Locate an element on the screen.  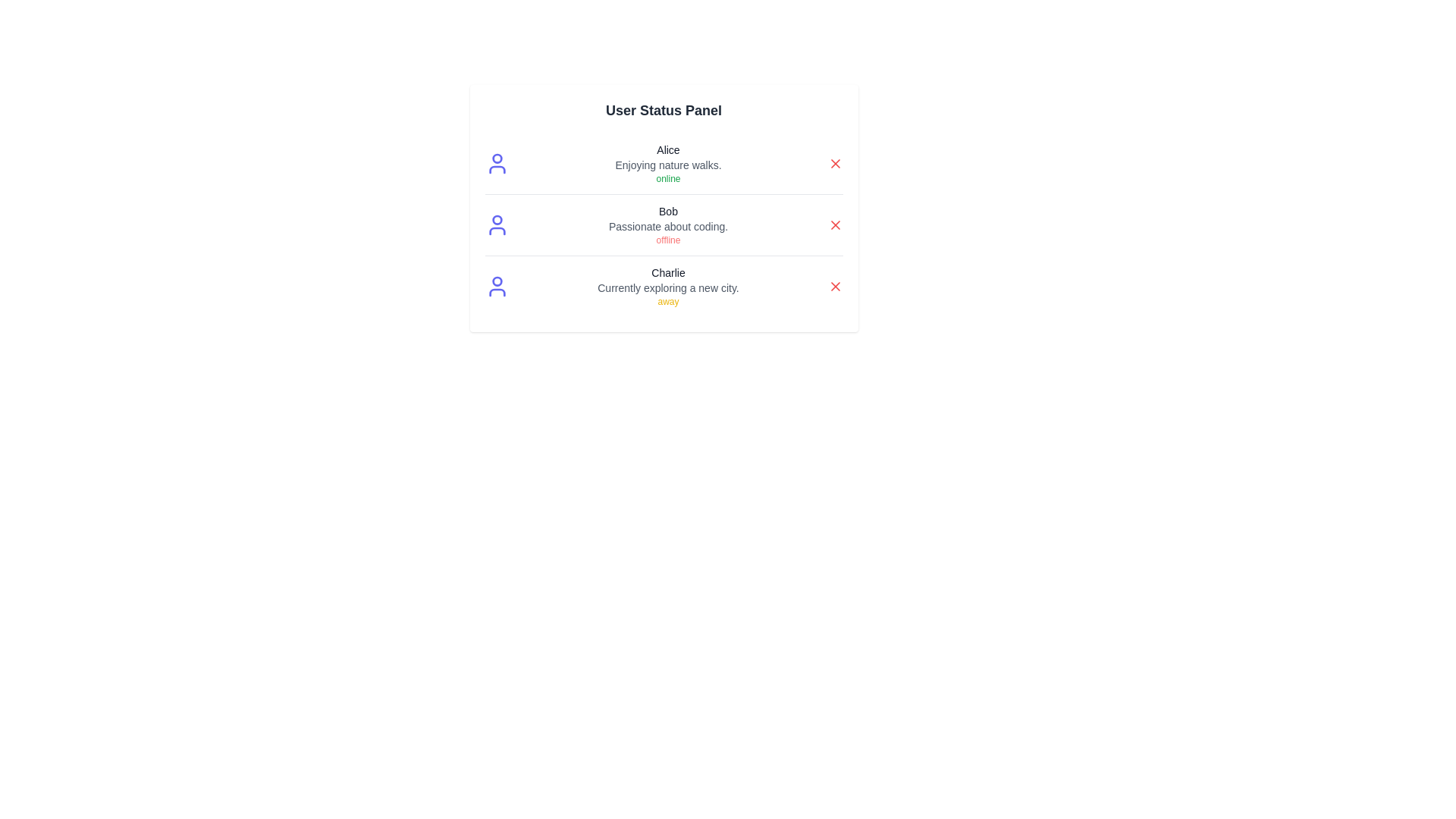
the static text displaying the user's name 'Bob' in the user status panel is located at coordinates (667, 211).